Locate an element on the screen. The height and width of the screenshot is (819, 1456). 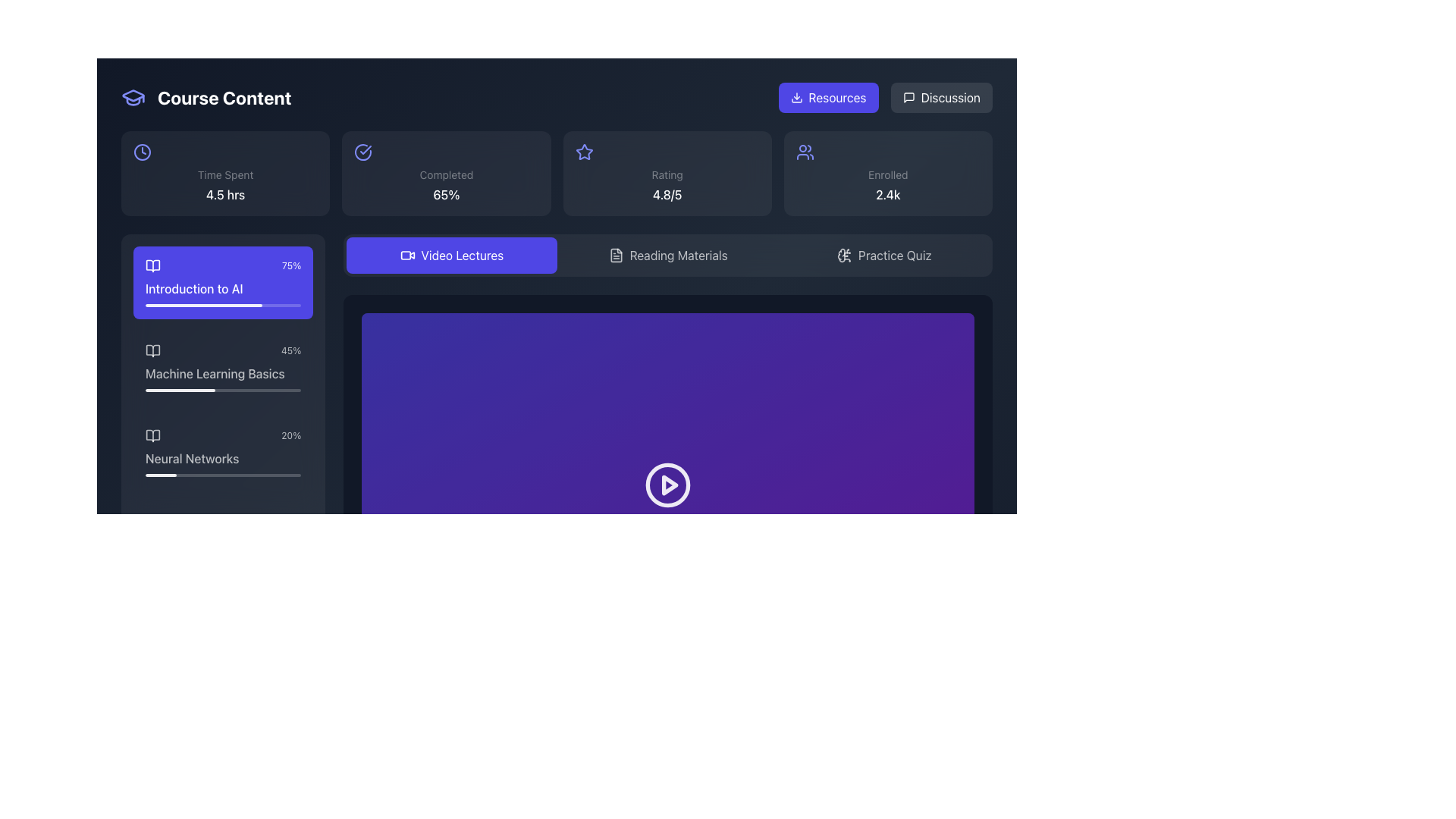
text label displaying 'Introduction to AI' which is styled in medium font weight and located inside the interactive card of the 'Course Content' section is located at coordinates (222, 289).